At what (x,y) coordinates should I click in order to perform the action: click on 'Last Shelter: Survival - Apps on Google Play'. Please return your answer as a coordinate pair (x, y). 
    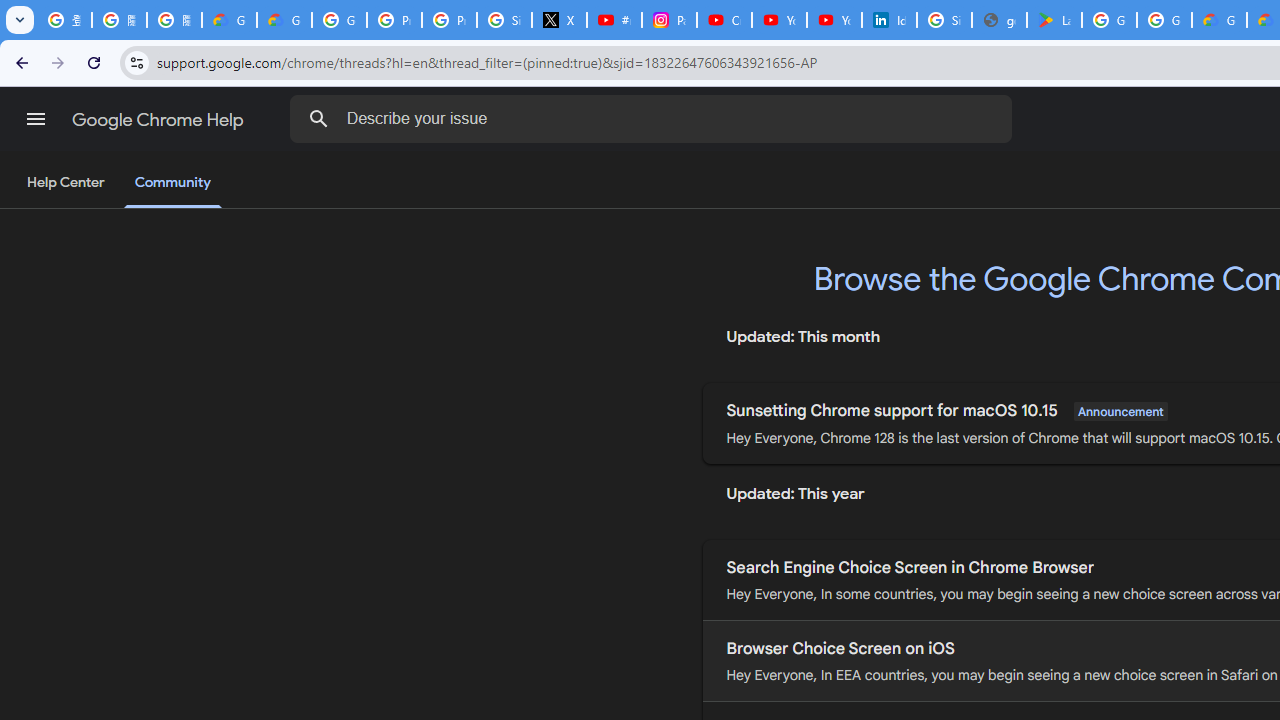
    Looking at the image, I should click on (1053, 20).